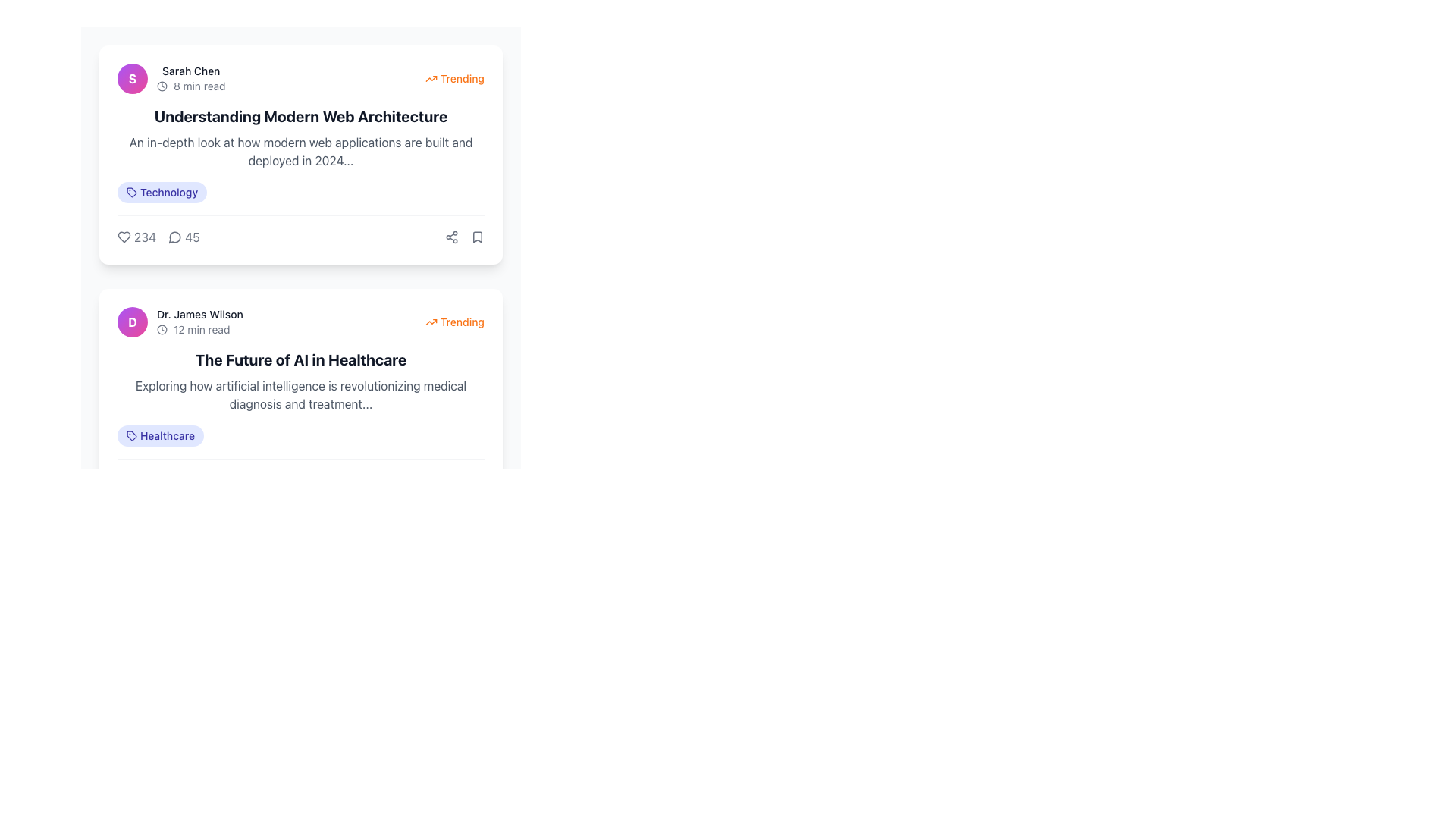 The width and height of the screenshot is (1456, 819). What do you see at coordinates (131, 435) in the screenshot?
I see `the SVG tag icon located immediately to the left of the 'Healthcare' text in the badge-like component at the bottom-left corner of the second article card` at bounding box center [131, 435].